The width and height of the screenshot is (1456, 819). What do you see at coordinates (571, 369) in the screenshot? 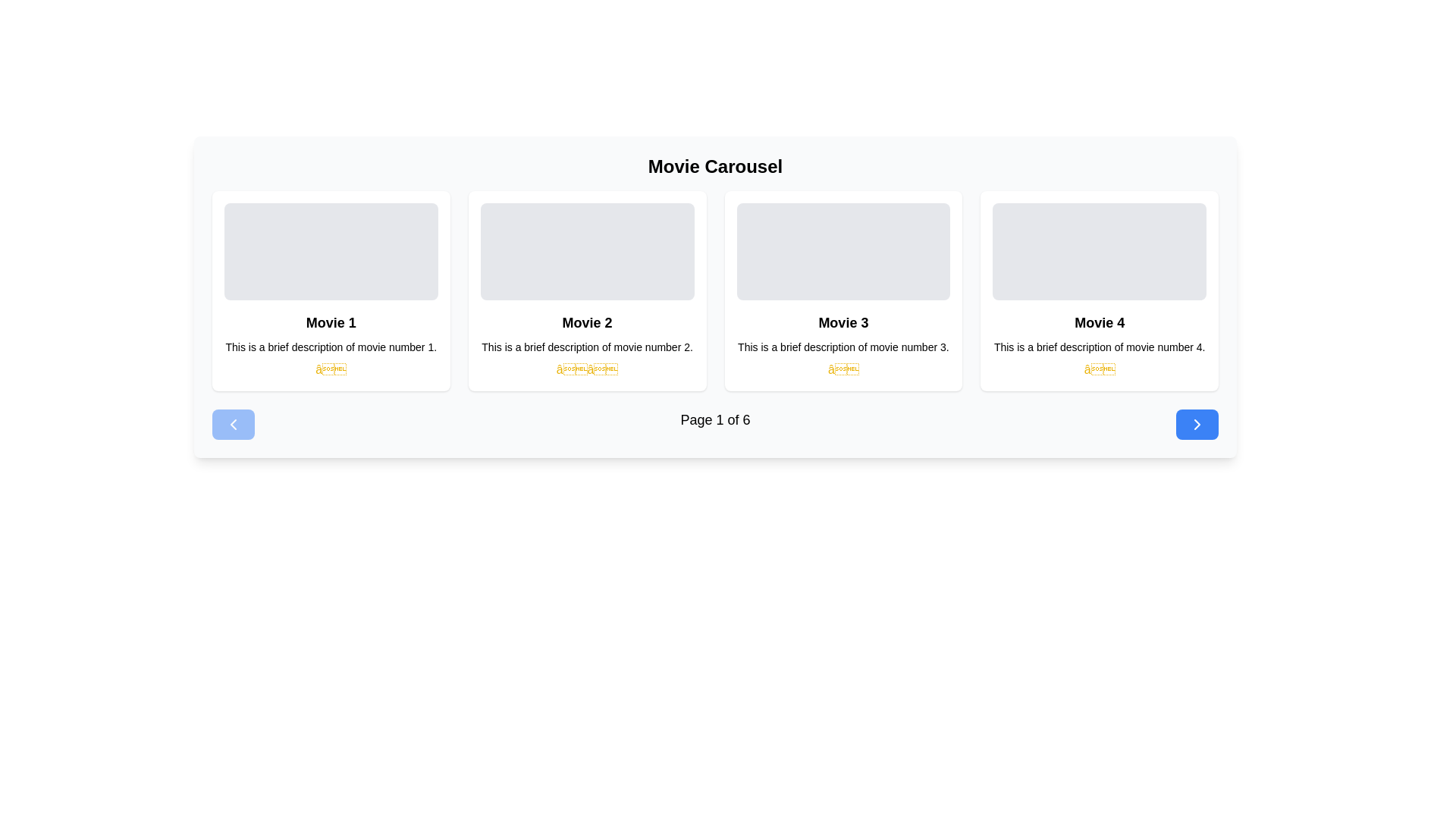
I see `the yellow star icon located in the 'Movie 2' card, which is the first of two star icons displayed below the 'Movie 2' description` at bounding box center [571, 369].